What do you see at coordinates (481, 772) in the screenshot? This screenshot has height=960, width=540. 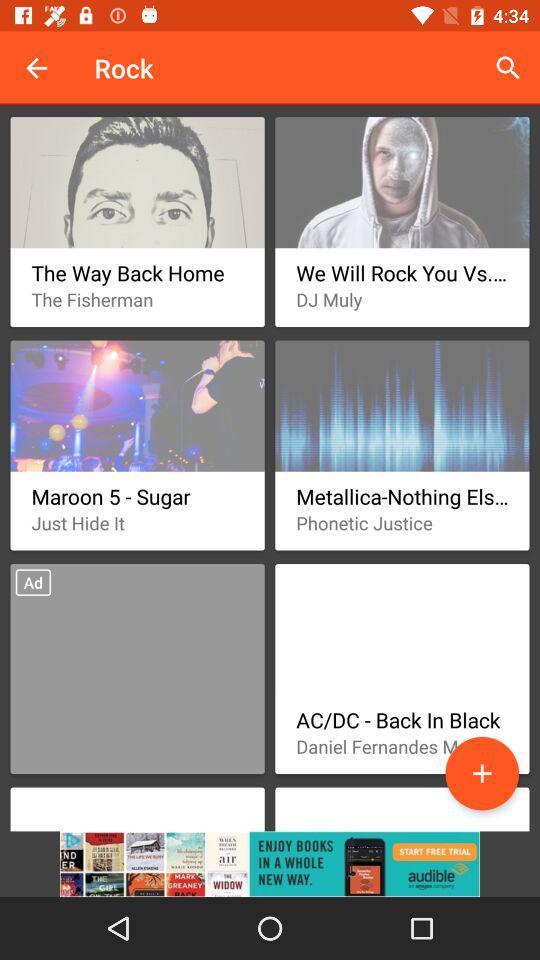 I see `the add icon` at bounding box center [481, 772].